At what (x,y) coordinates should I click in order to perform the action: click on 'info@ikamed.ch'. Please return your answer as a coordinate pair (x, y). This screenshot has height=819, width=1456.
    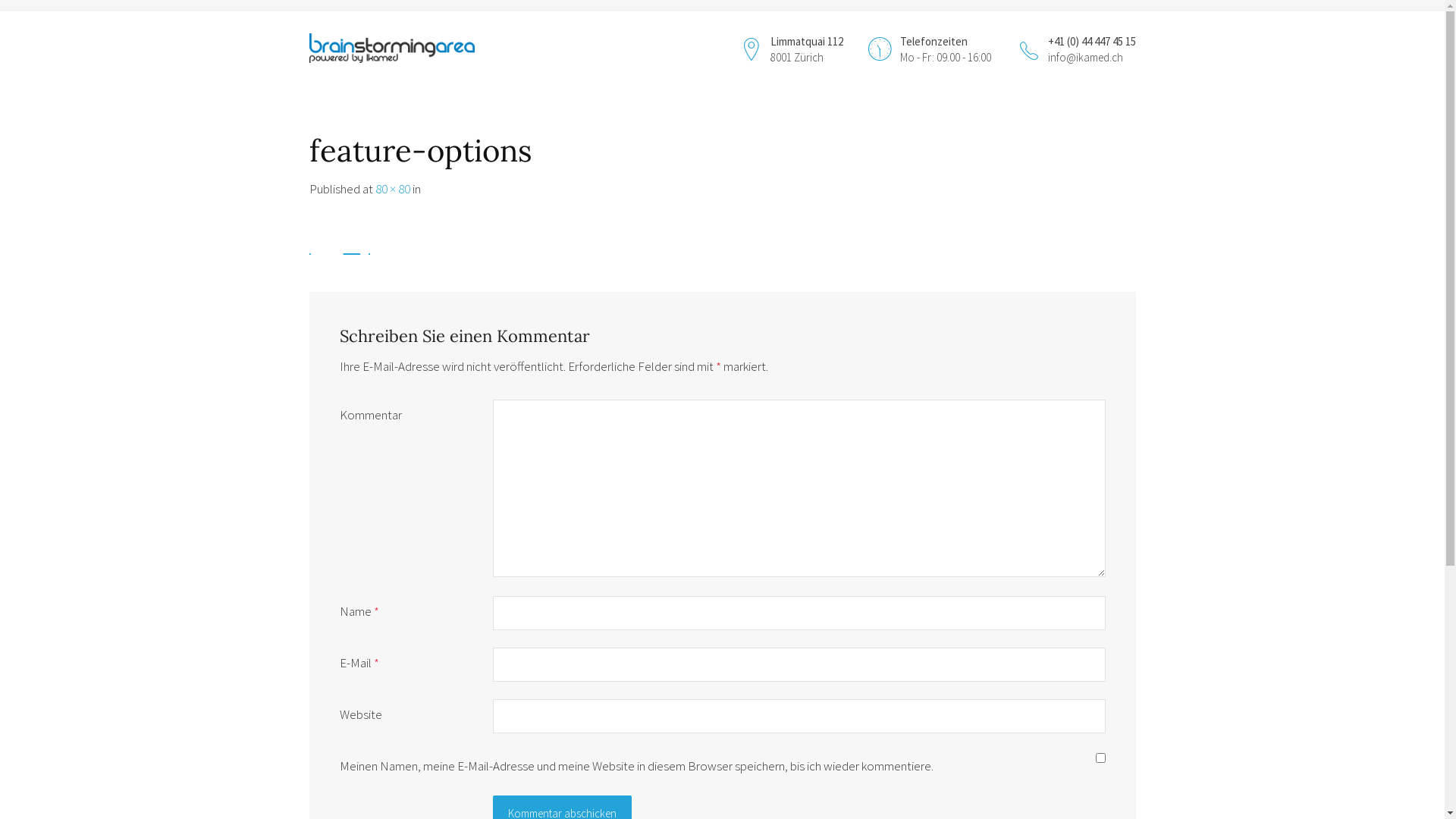
    Looking at the image, I should click on (1084, 56).